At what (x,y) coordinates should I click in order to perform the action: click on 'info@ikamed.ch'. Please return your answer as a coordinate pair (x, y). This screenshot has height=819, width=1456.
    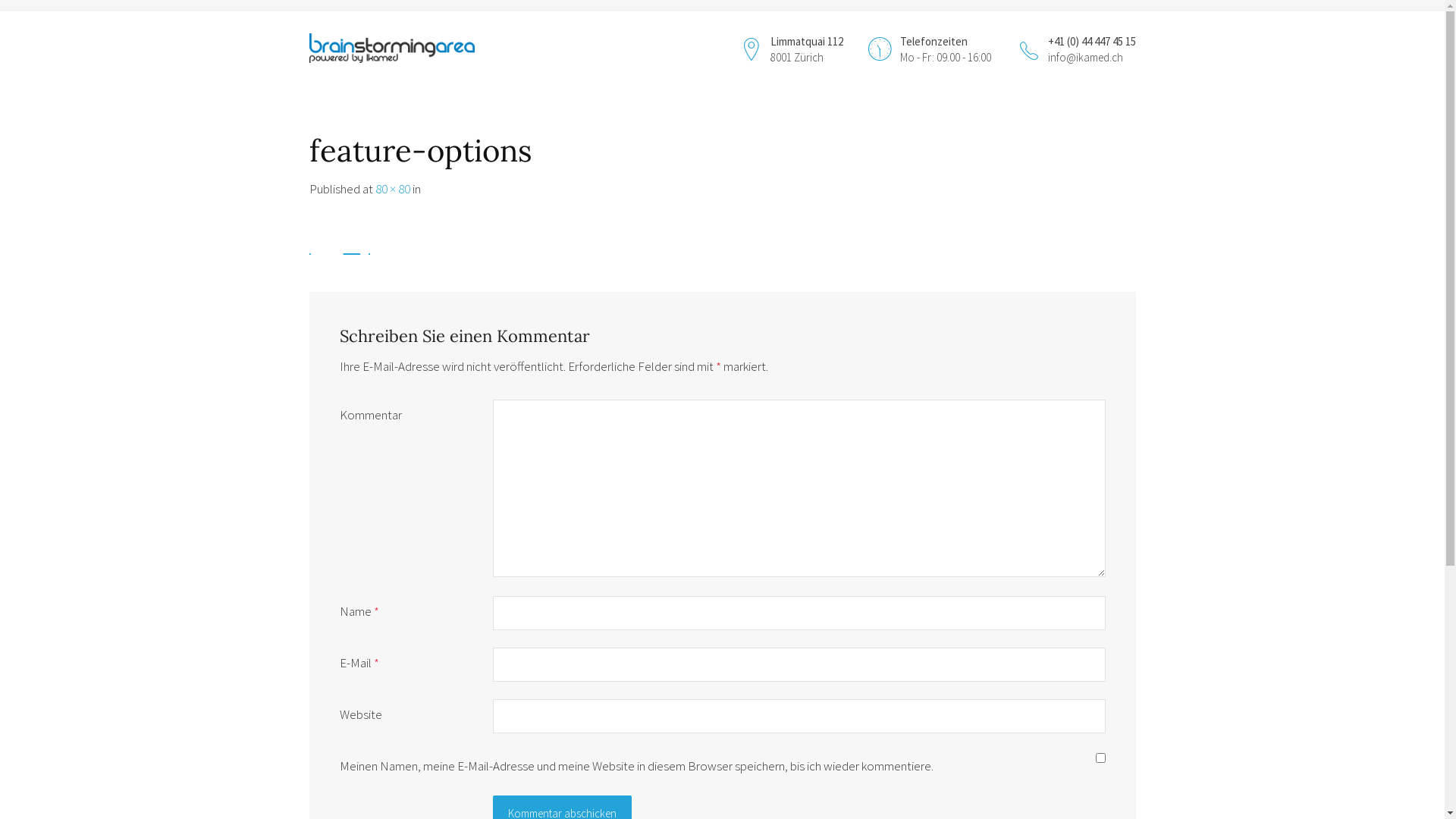
    Looking at the image, I should click on (1084, 56).